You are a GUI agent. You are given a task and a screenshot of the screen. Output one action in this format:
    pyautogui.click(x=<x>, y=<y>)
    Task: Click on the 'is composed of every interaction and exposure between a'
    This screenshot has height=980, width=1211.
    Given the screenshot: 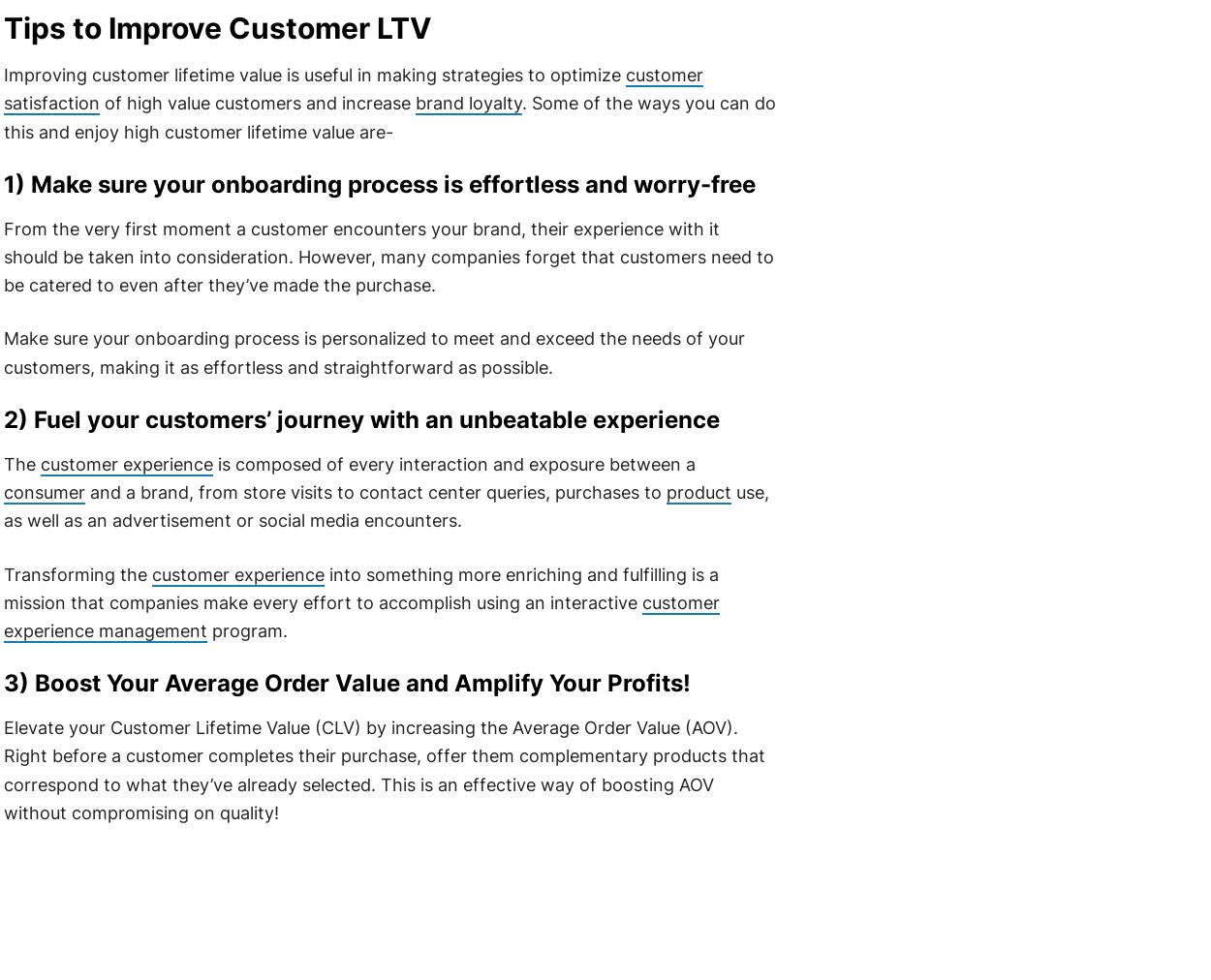 What is the action you would take?
    pyautogui.click(x=452, y=463)
    